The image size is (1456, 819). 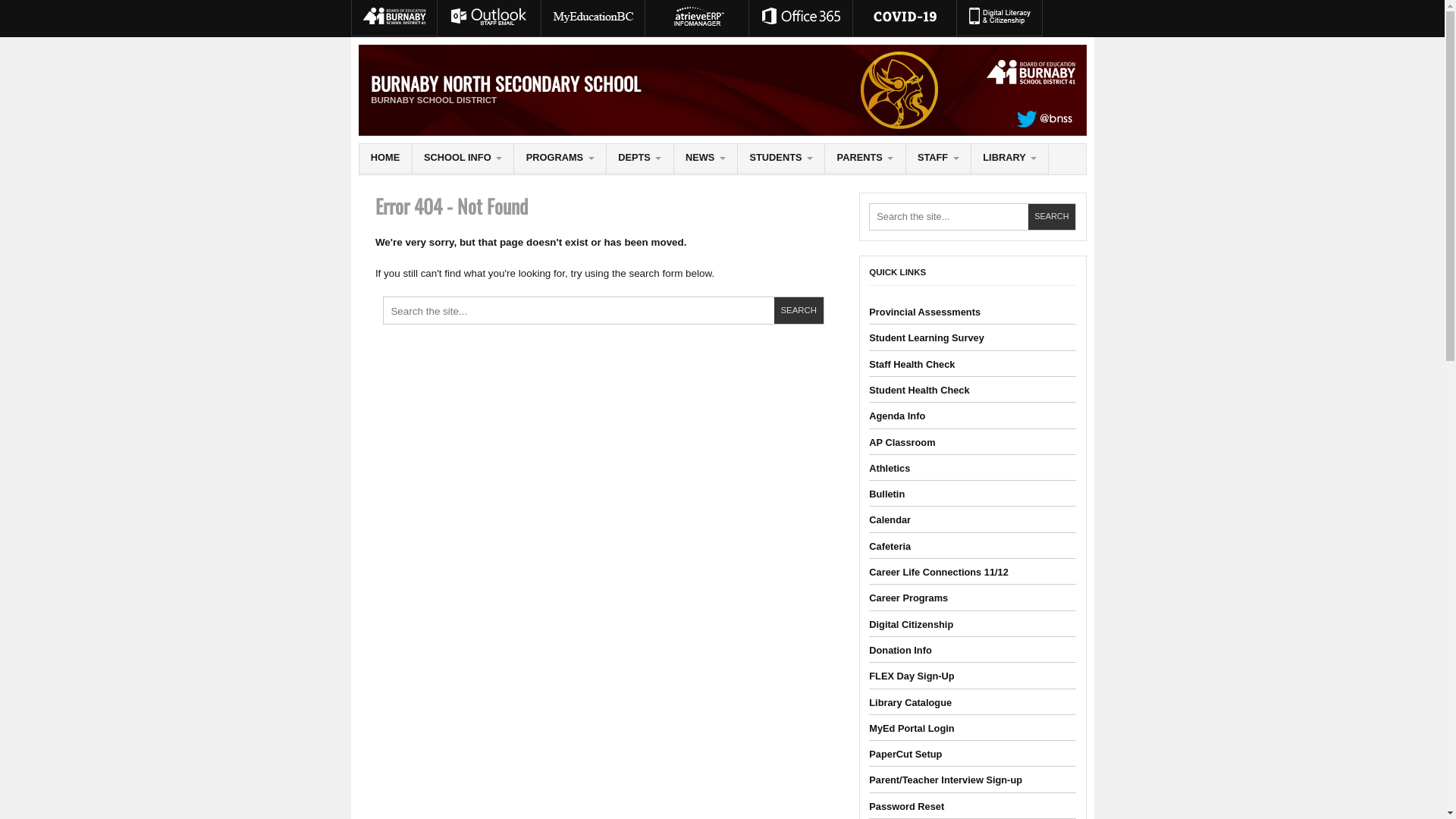 I want to click on 'SCHOOL INFO', so click(x=462, y=158).